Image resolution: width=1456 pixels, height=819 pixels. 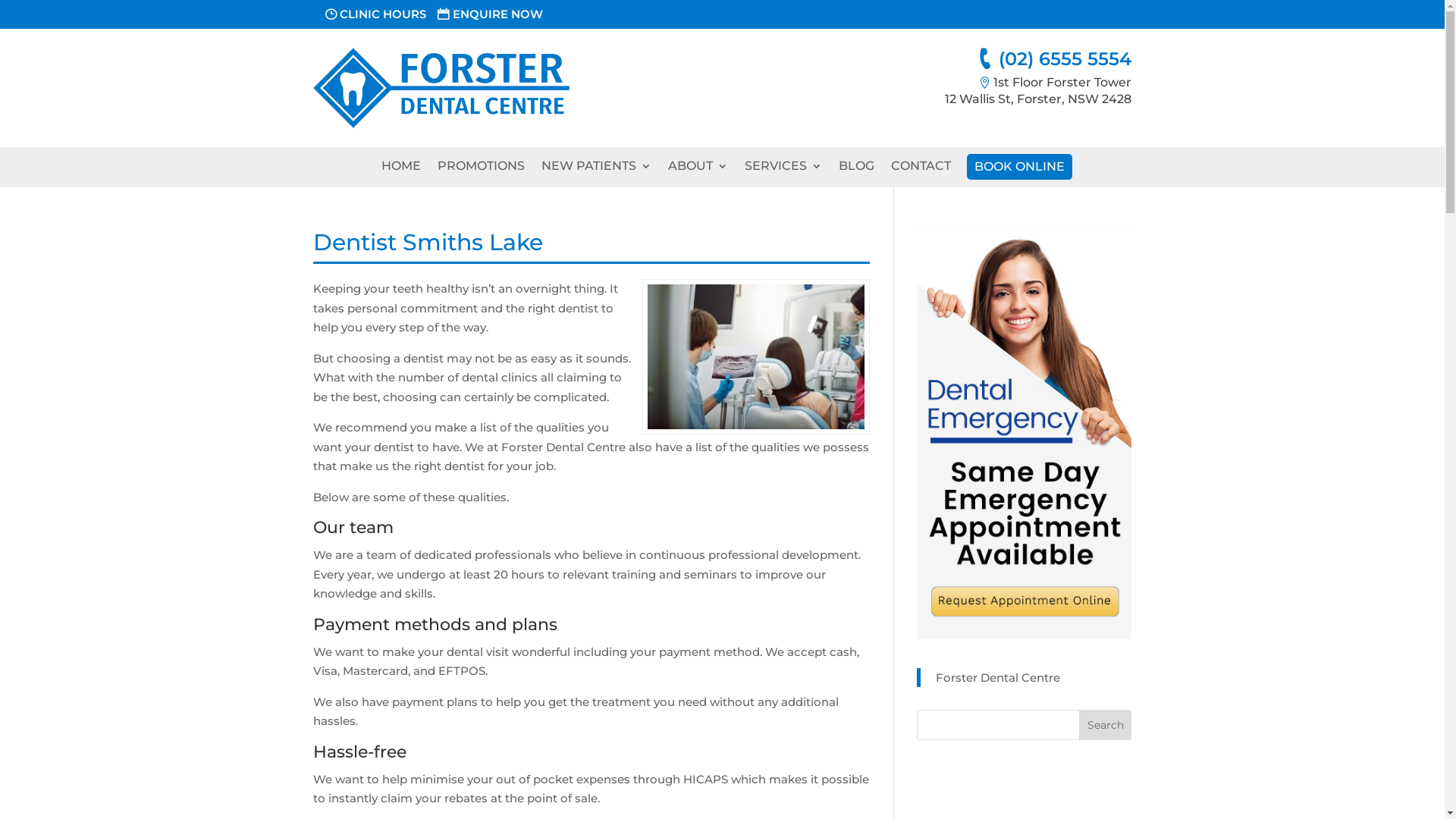 I want to click on 'FDC-Logo', so click(x=439, y=87).